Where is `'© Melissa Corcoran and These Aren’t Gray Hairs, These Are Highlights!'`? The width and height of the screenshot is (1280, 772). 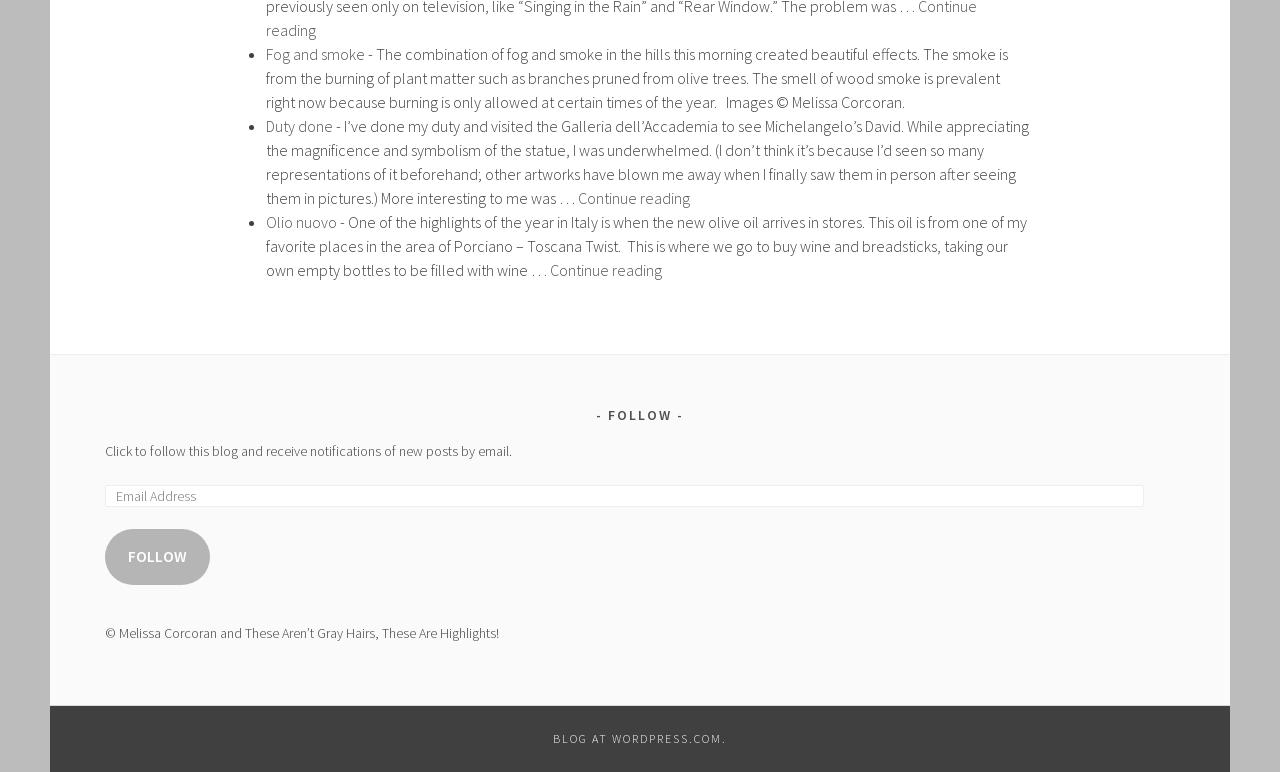 '© Melissa Corcoran and These Aren’t Gray Hairs, These Are Highlights!' is located at coordinates (300, 631).